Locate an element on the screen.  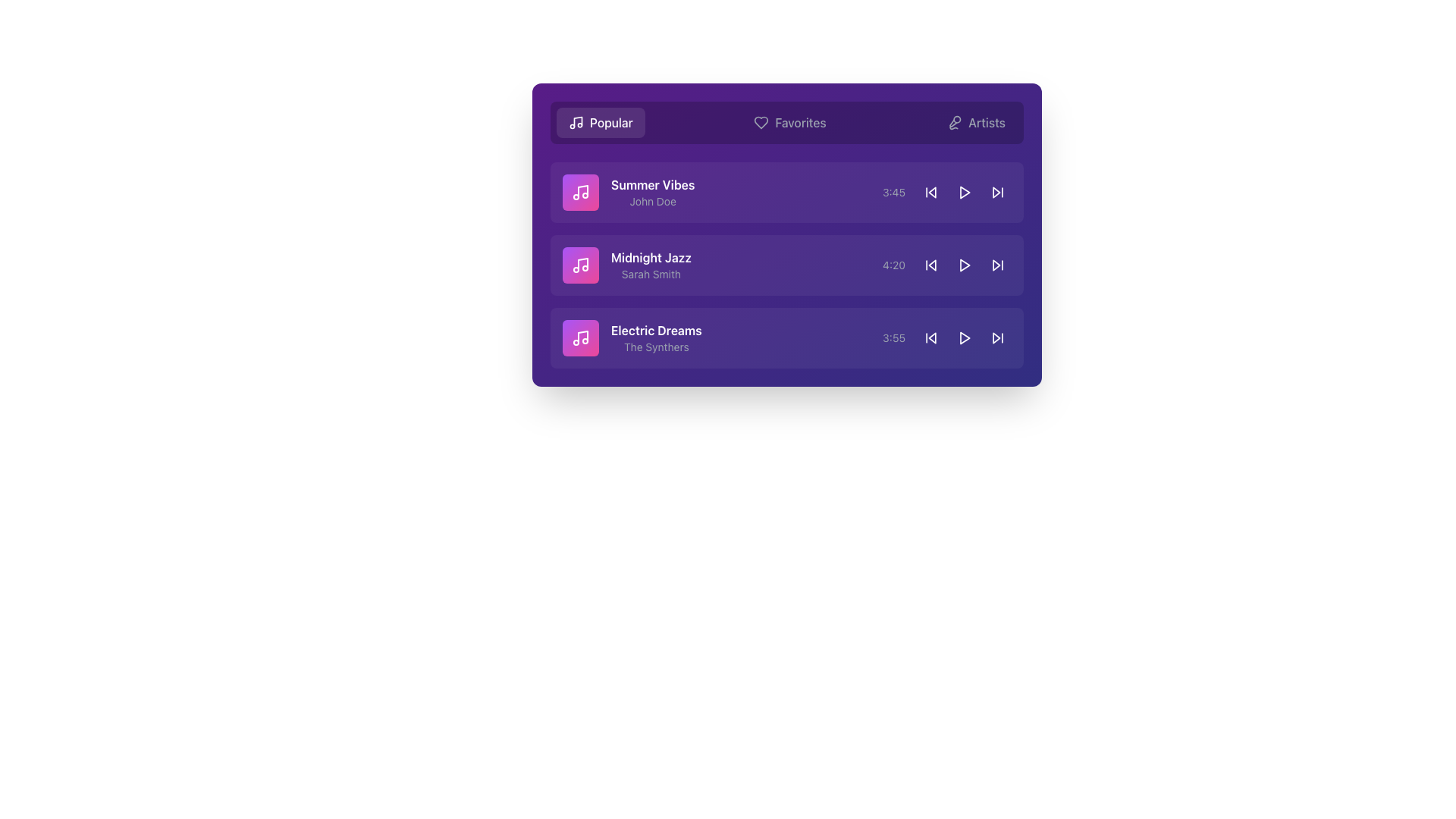
the text label indicating the author or artist name below 'Midnight Jazz', which is the second text in the middle portion of the interface is located at coordinates (651, 275).